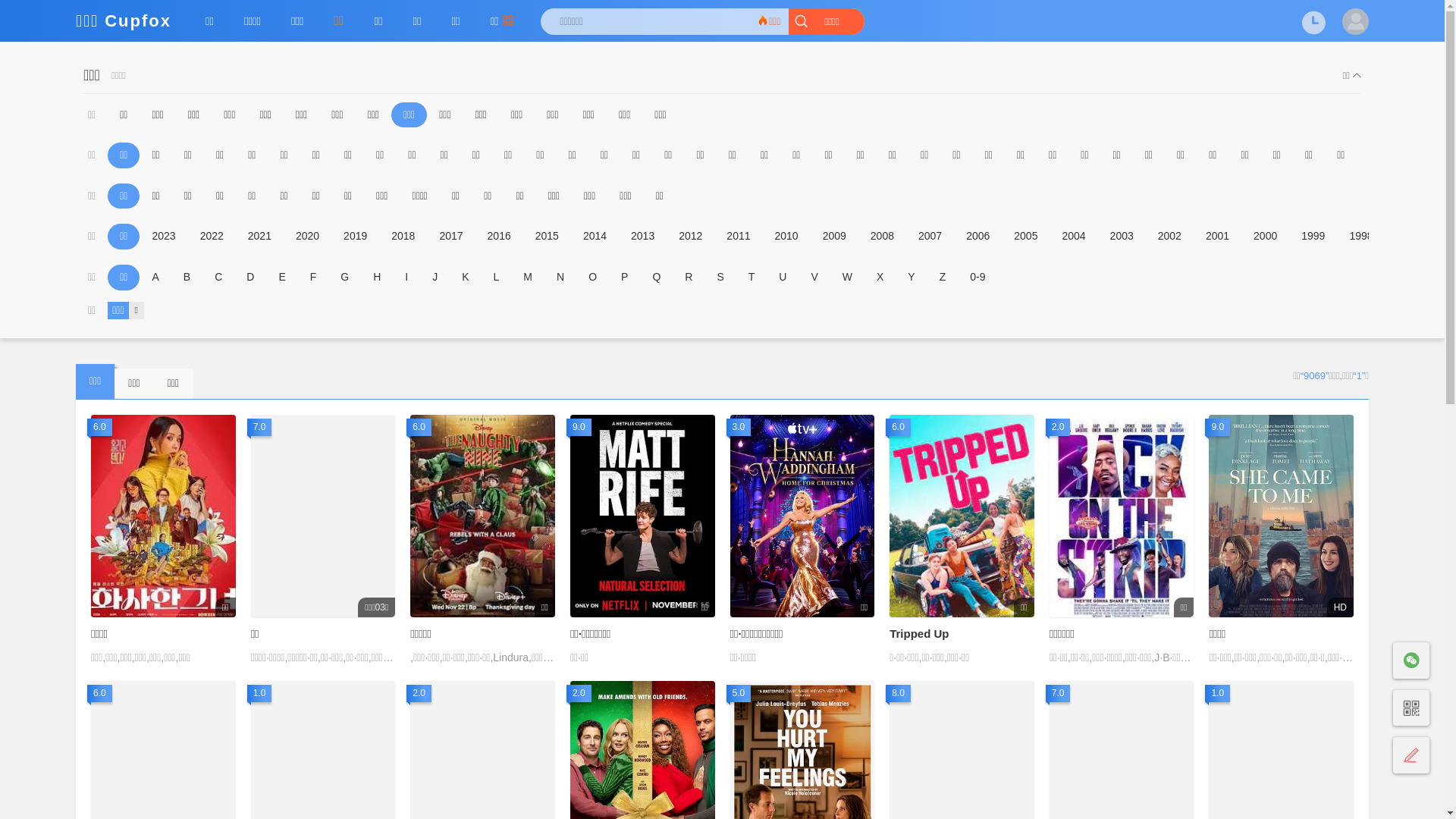  Describe the element at coordinates (829, 278) in the screenshot. I see `'W'` at that location.